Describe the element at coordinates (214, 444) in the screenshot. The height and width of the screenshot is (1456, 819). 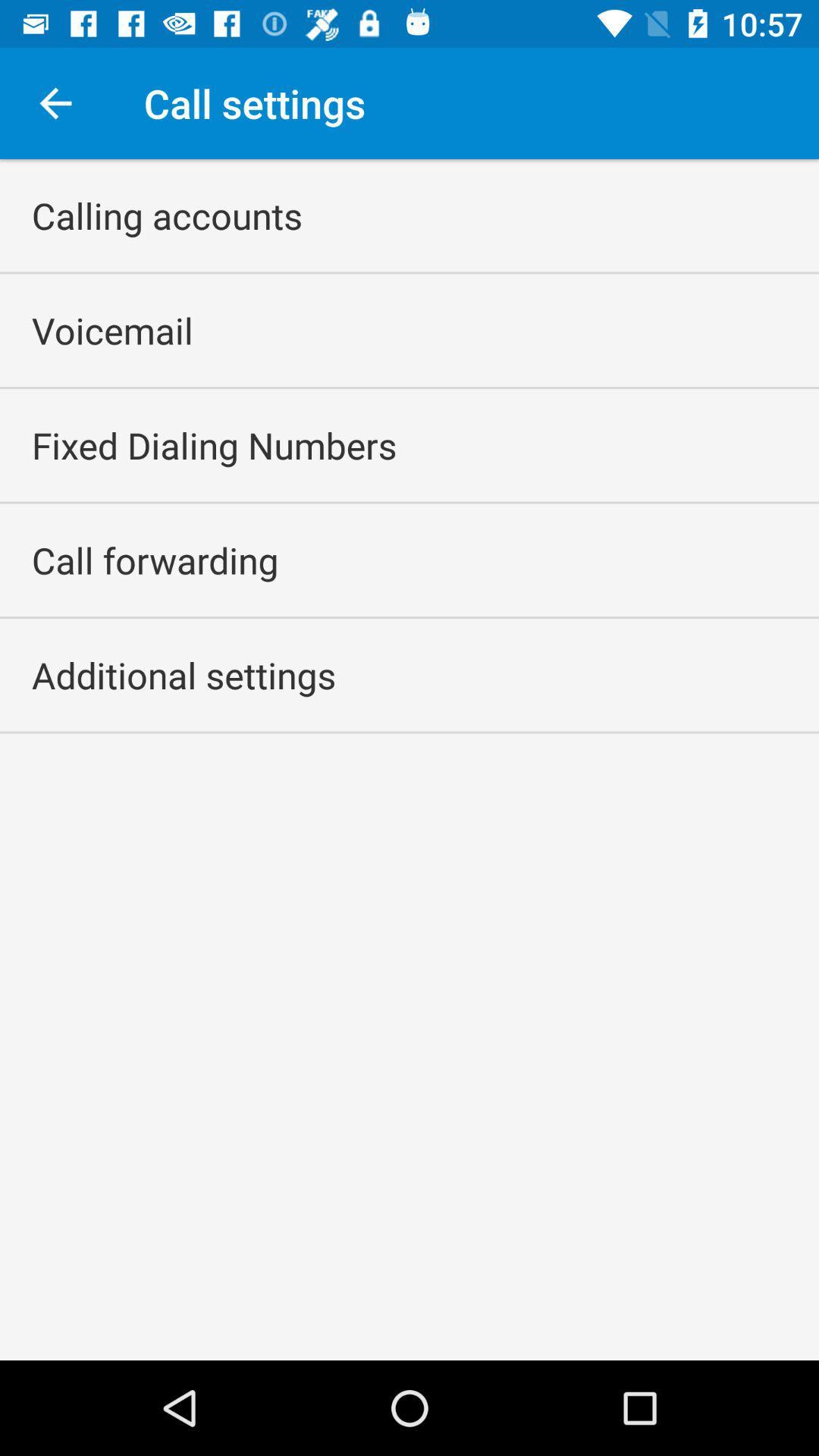
I see `the icon below the voicemail item` at that location.